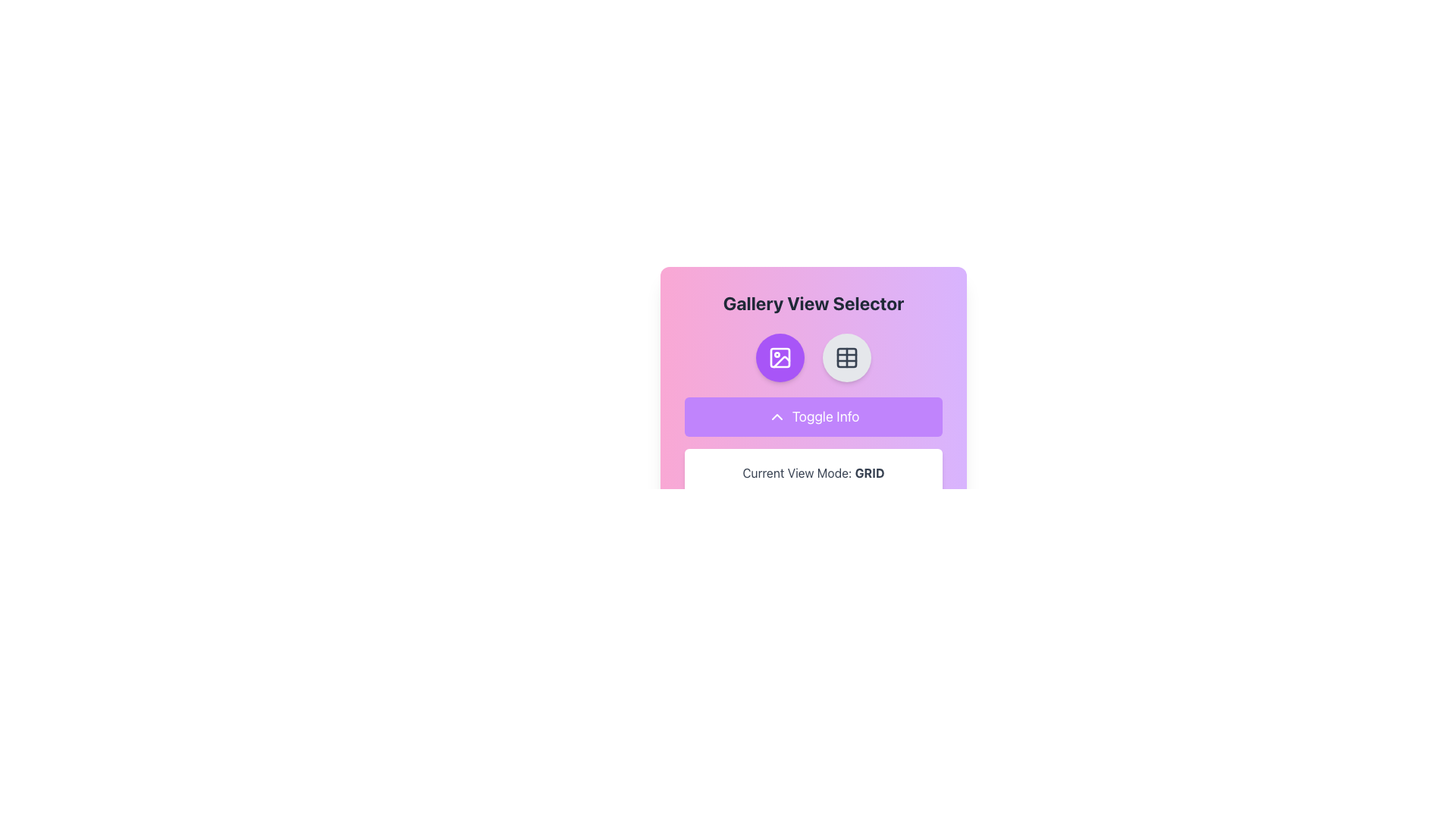  I want to click on the 'Toggle Info' button, which has a bright purple background and white text, located below the circular image and above the 'Current View Mode: GRID' text, so click(813, 417).